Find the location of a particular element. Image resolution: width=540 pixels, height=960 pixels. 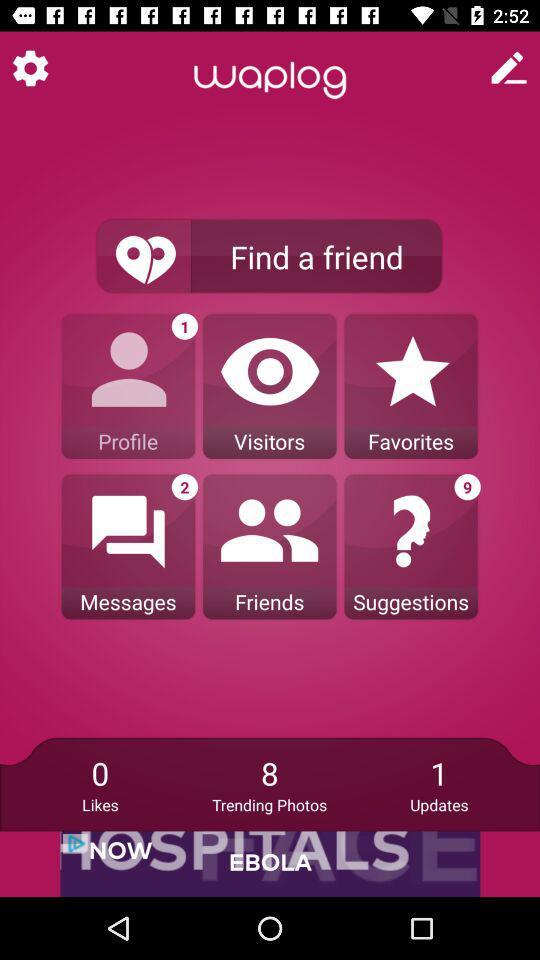

switch to app setting is located at coordinates (29, 68).